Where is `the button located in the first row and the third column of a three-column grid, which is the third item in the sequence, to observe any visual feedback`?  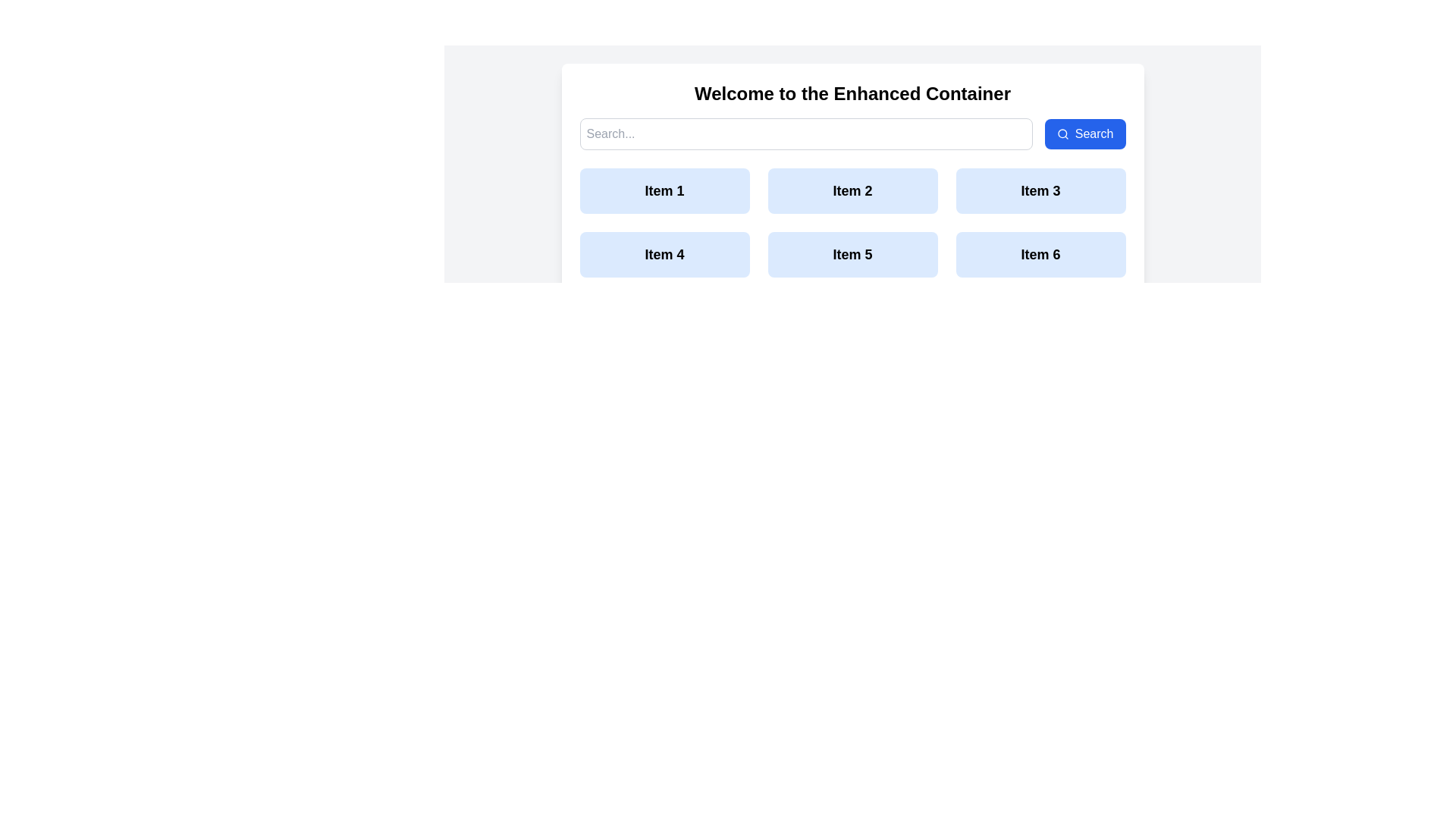 the button located in the first row and the third column of a three-column grid, which is the third item in the sequence, to observe any visual feedback is located at coordinates (1040, 190).